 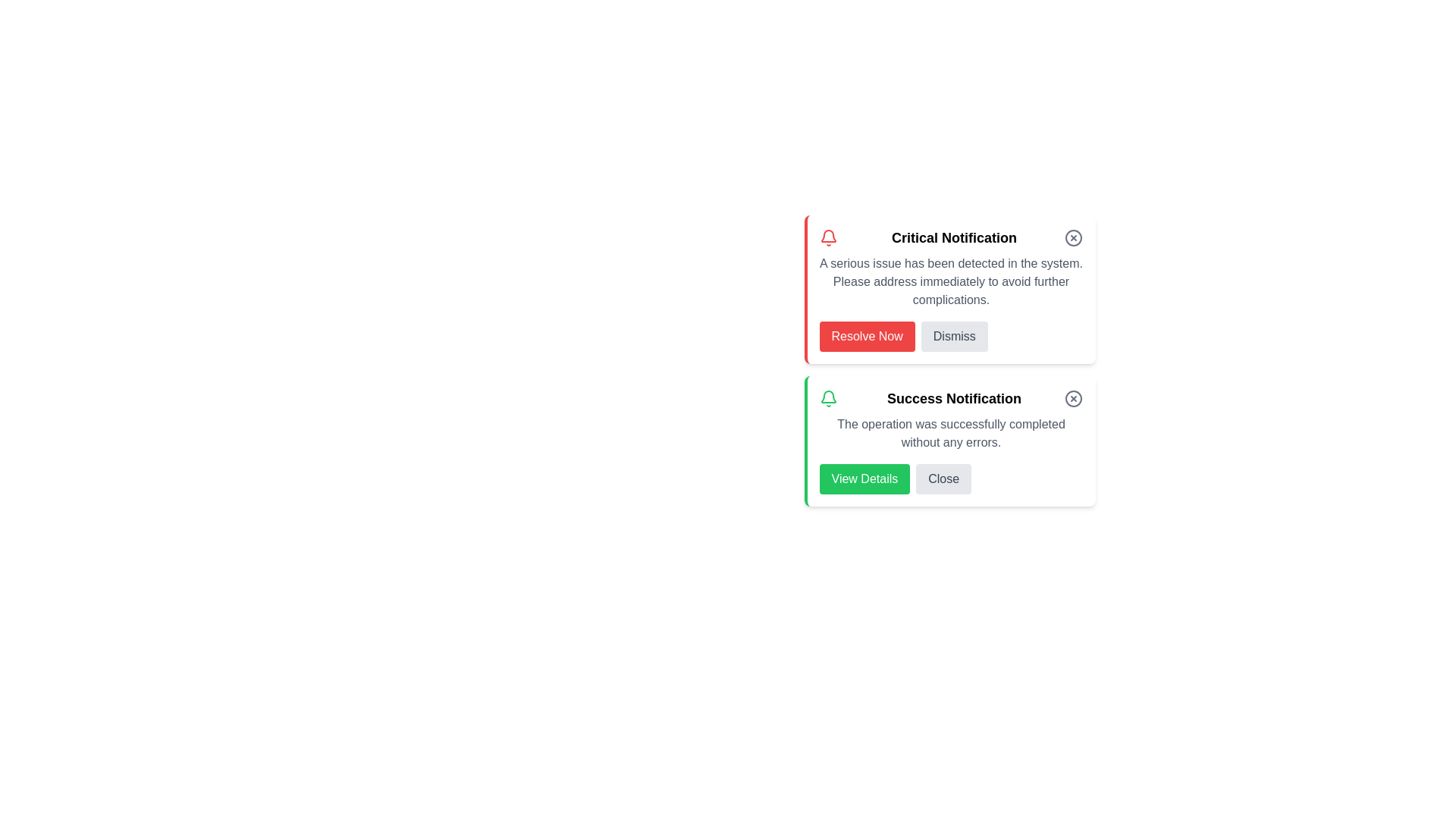 I want to click on the close button of the 'Success Notification' message, so click(x=943, y=479).